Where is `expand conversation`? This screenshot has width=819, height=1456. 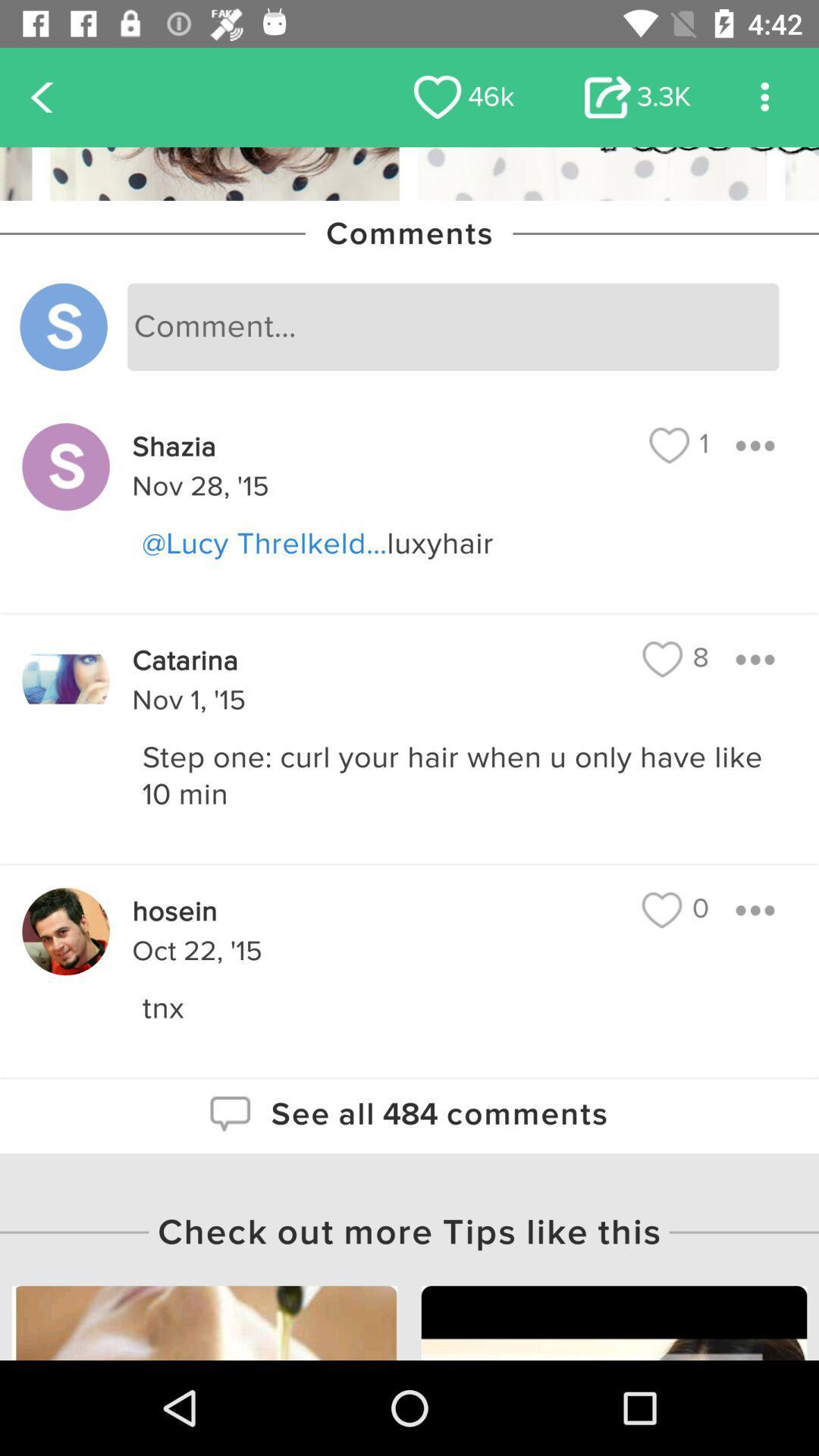
expand conversation is located at coordinates (755, 910).